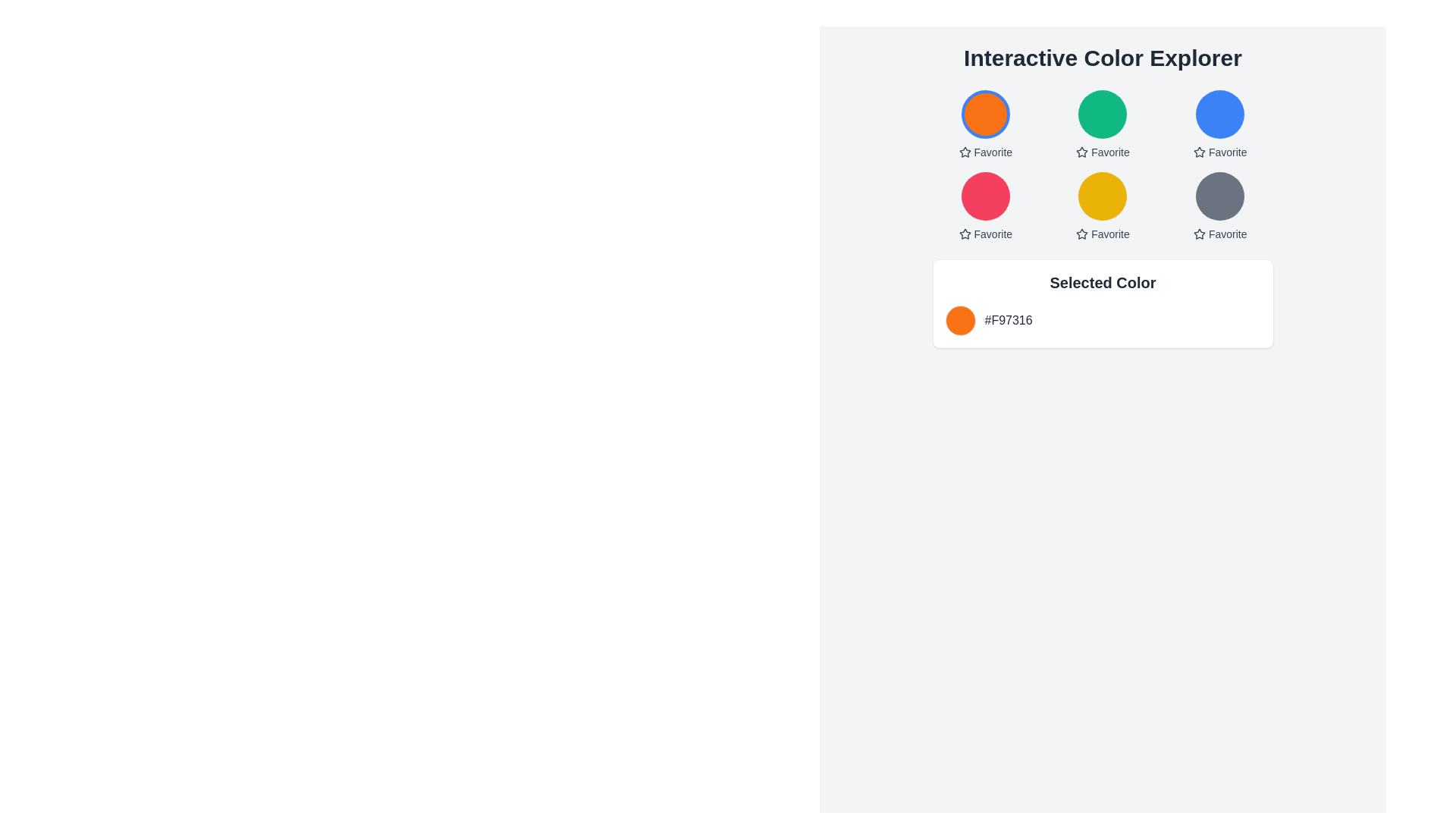 The height and width of the screenshot is (819, 1456). What do you see at coordinates (964, 152) in the screenshot?
I see `the star icon used for favoriting items` at bounding box center [964, 152].